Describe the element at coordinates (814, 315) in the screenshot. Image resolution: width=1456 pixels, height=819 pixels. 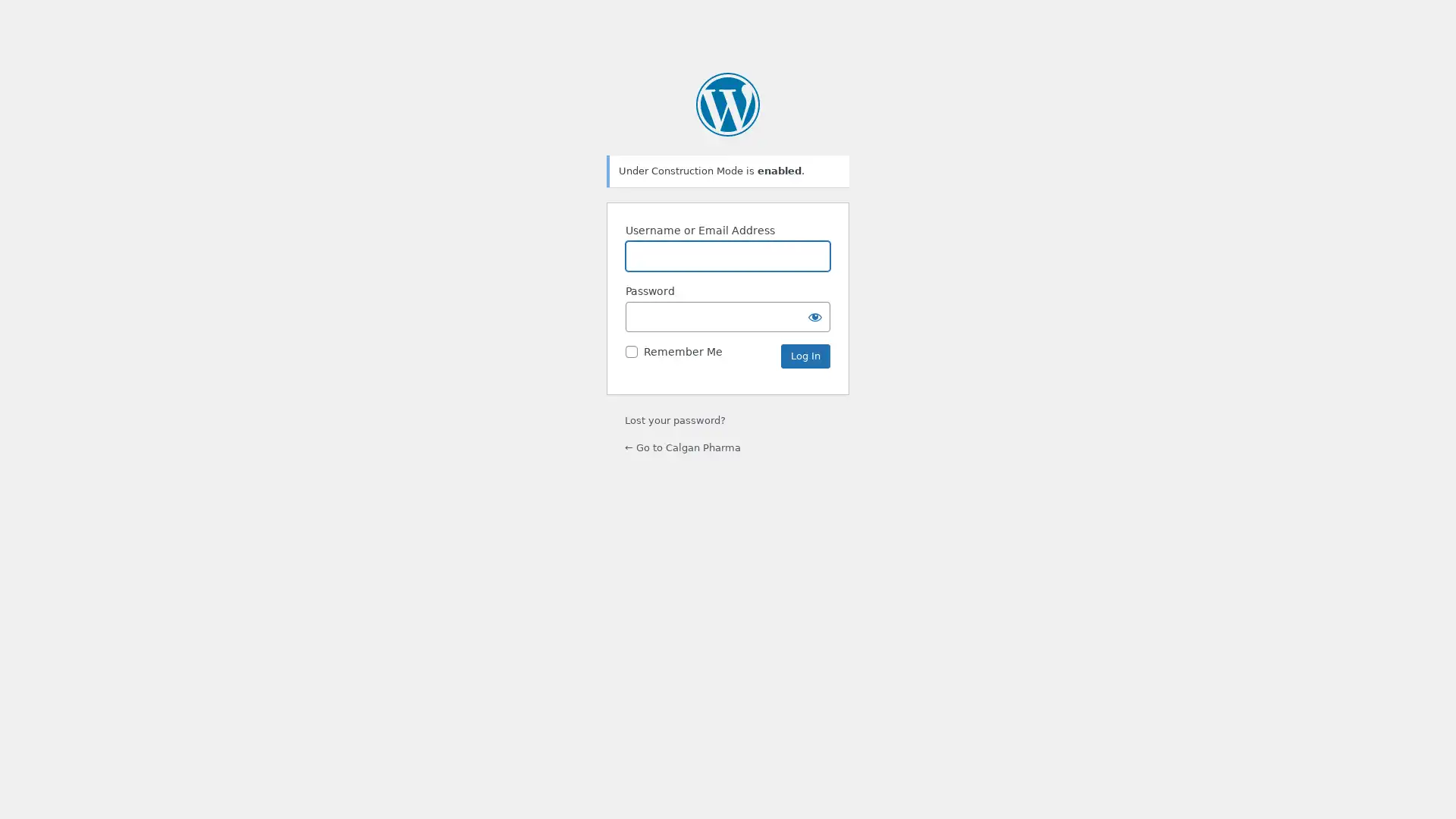
I see `Show password` at that location.